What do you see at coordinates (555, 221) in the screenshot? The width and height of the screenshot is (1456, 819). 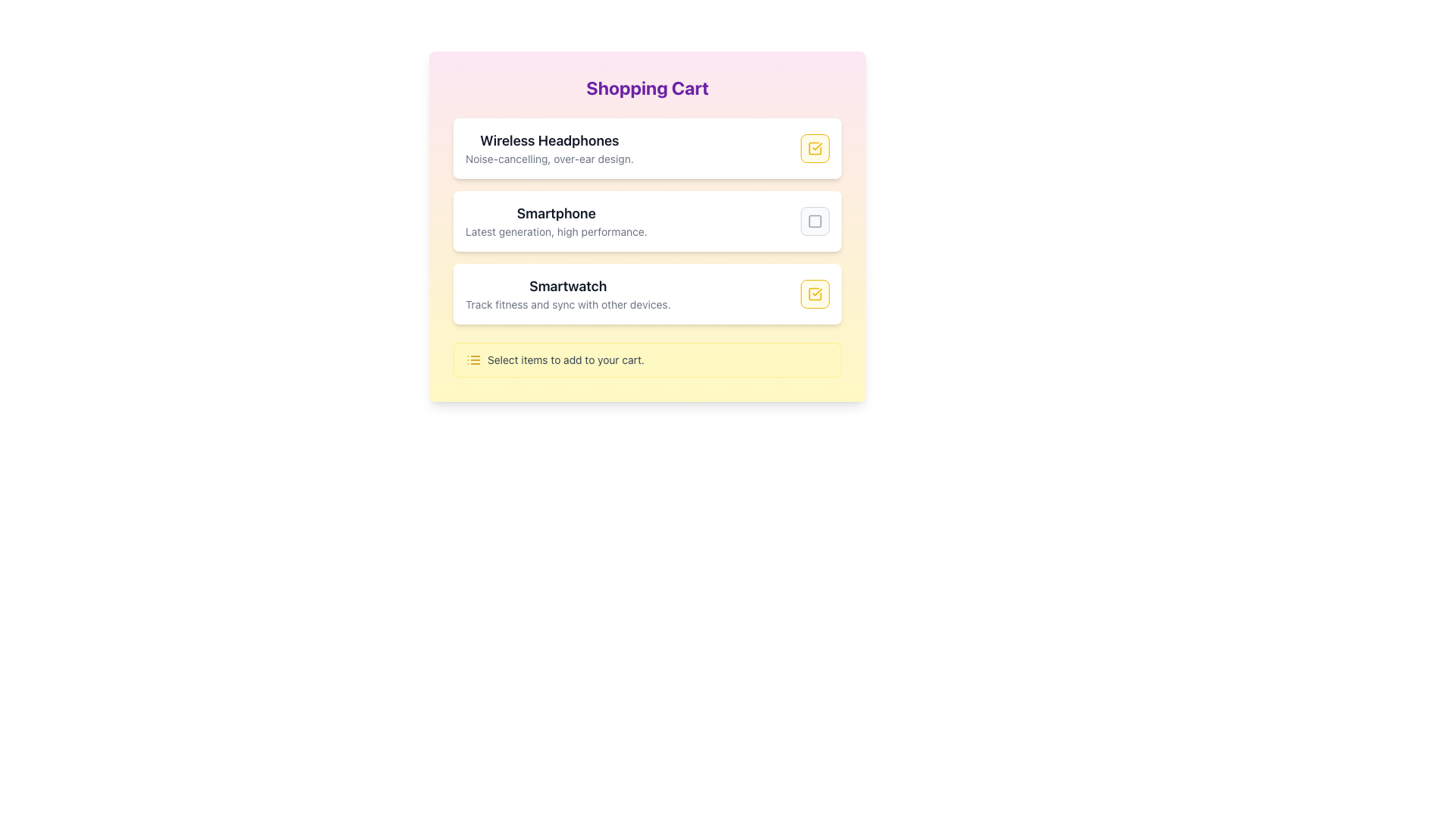 I see `the text block displaying 'Smartphone' and 'Latest generation, high performance.' which is located in the second card of the 'Shopping Cart' section` at bounding box center [555, 221].